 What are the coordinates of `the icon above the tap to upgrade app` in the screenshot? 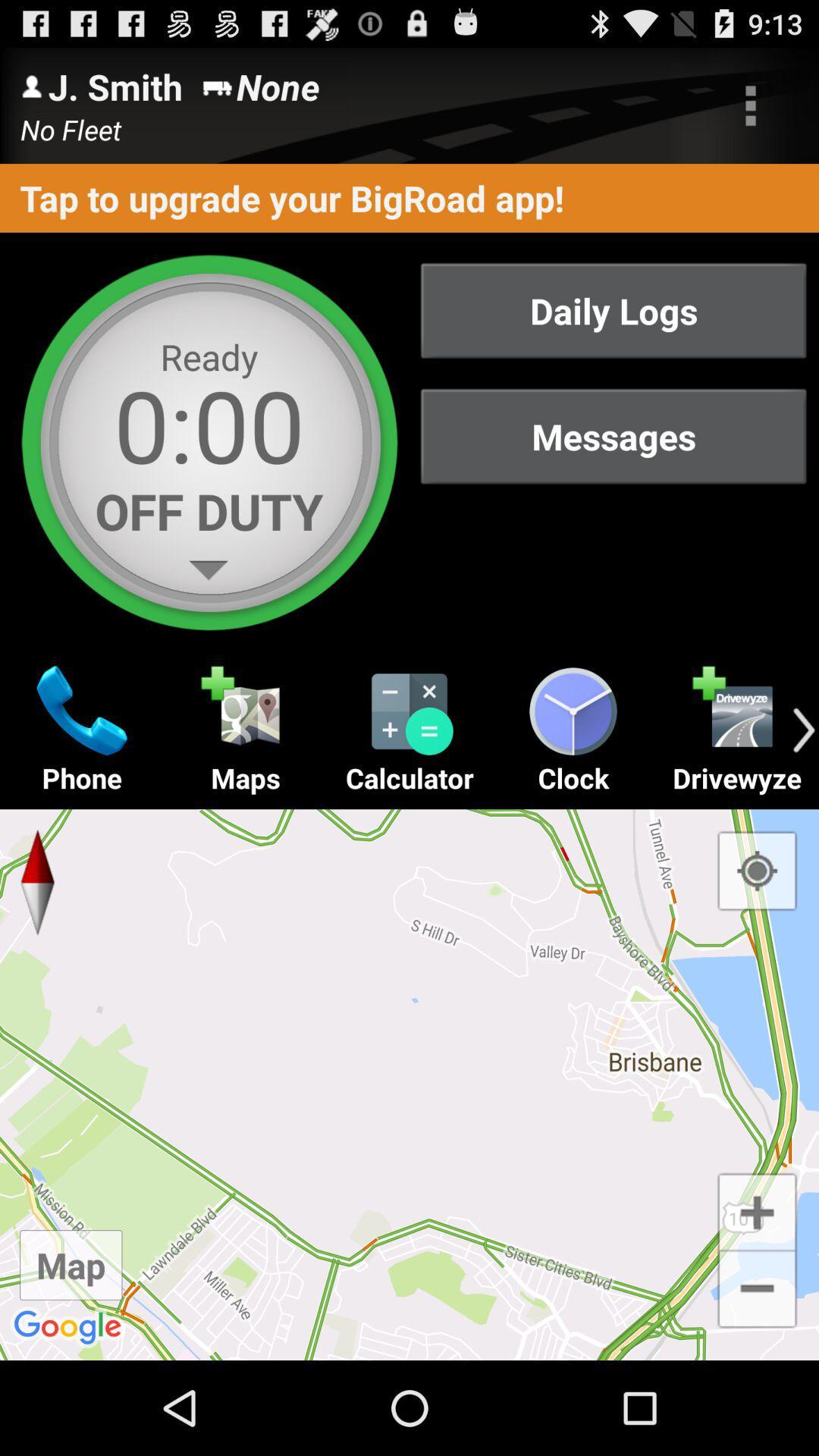 It's located at (751, 105).